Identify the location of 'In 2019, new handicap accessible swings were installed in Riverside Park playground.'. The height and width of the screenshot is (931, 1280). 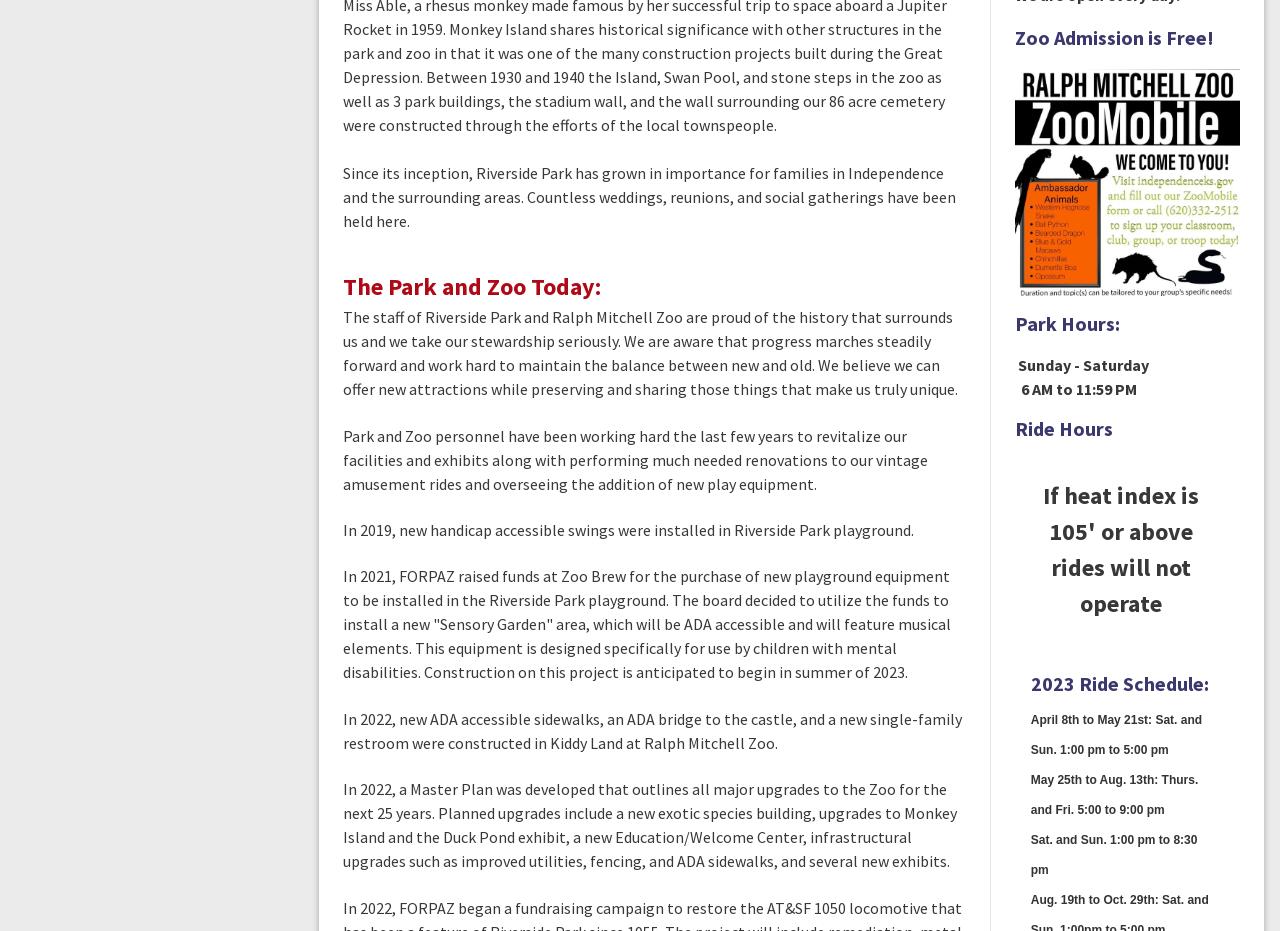
(343, 530).